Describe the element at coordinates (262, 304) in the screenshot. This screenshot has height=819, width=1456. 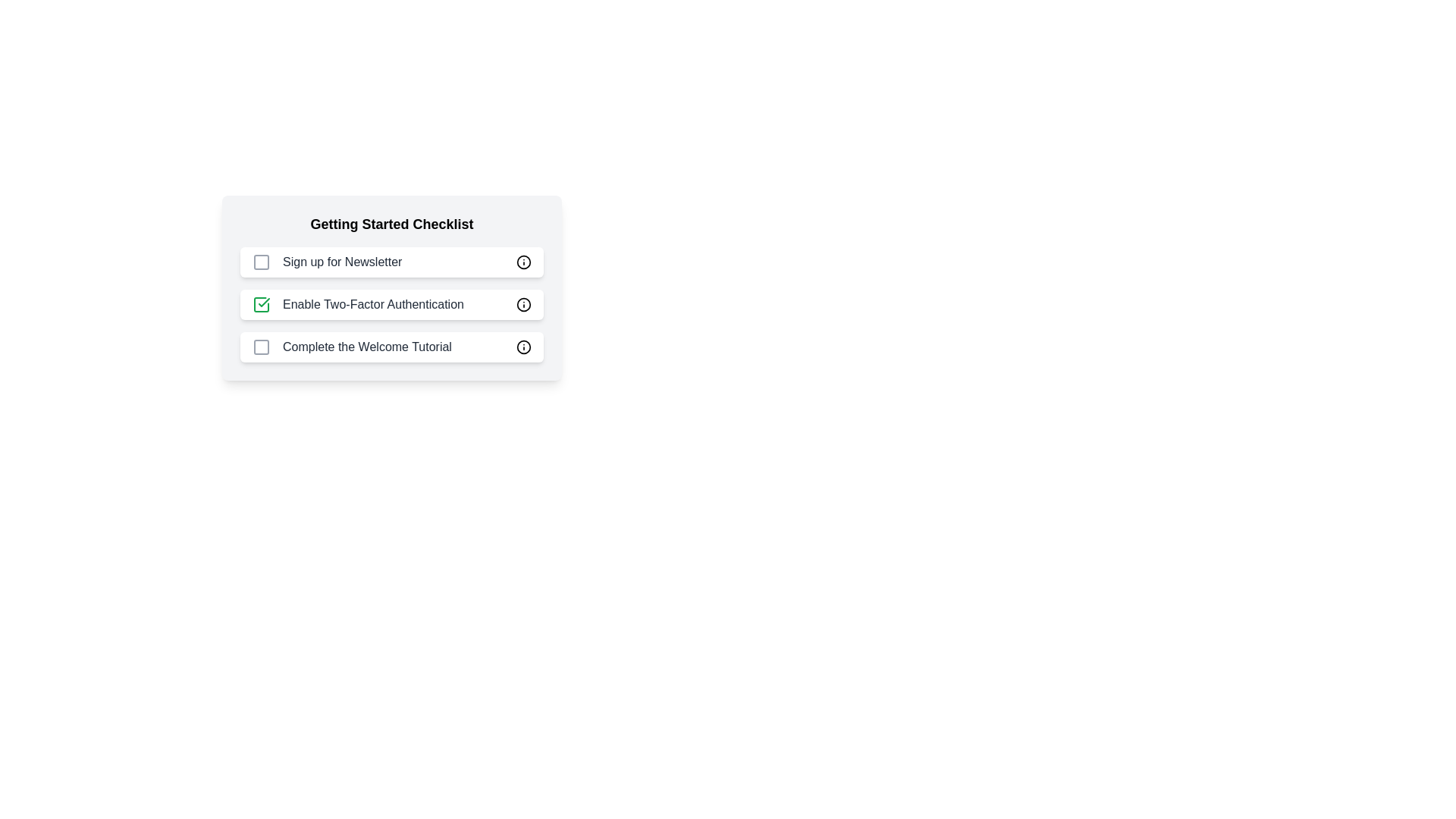
I see `the SVG graphic that indicates the completion of the 'Enable Two-Factor Authentication' task, located immediately to the left of the corresponding text` at that location.